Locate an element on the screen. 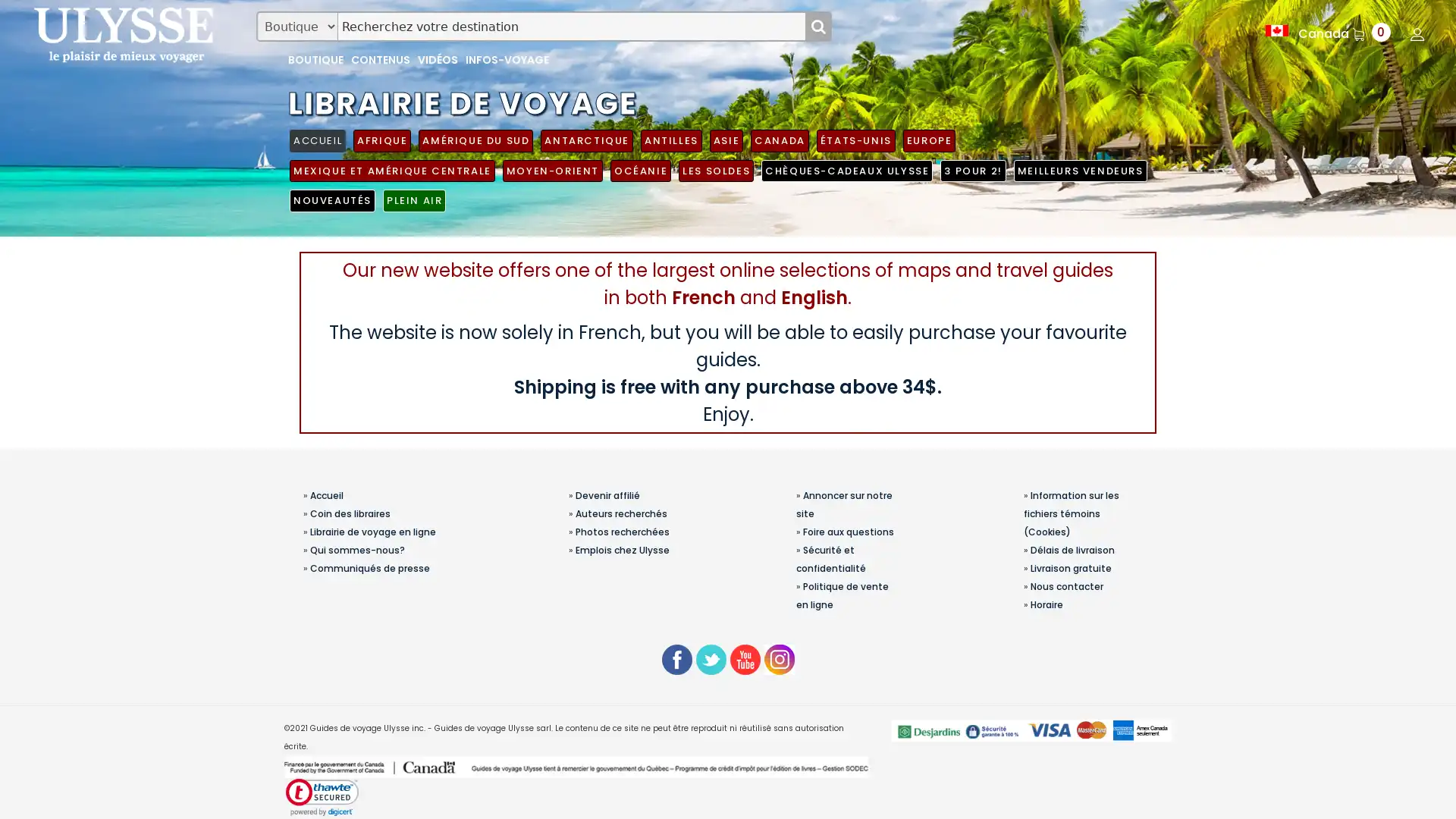 Image resolution: width=1456 pixels, height=819 pixels. MEILLEURS VENDEURS is located at coordinates (1079, 170).